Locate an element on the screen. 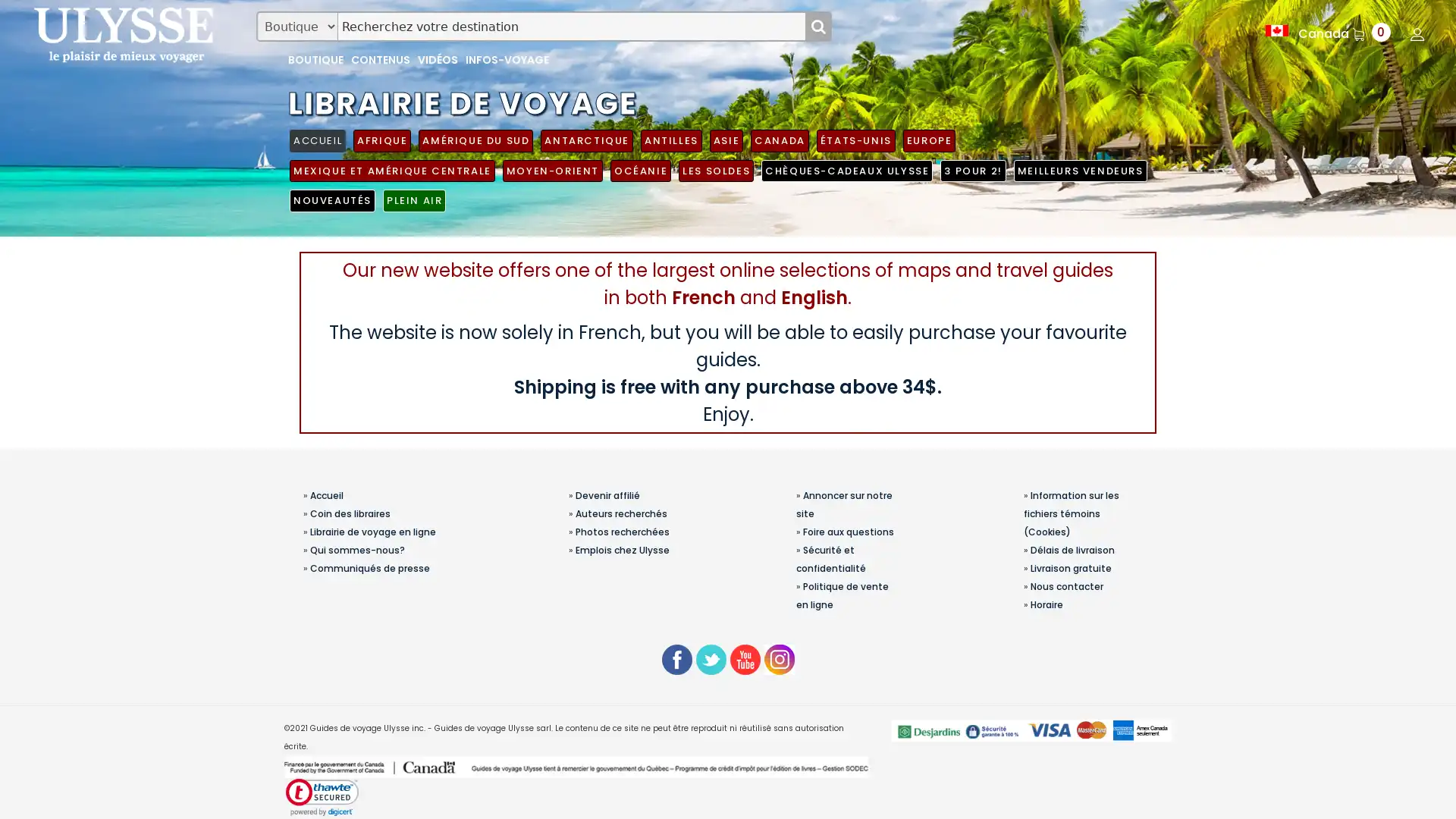 Image resolution: width=1456 pixels, height=819 pixels. MEILLEURS VENDEURS is located at coordinates (1079, 170).